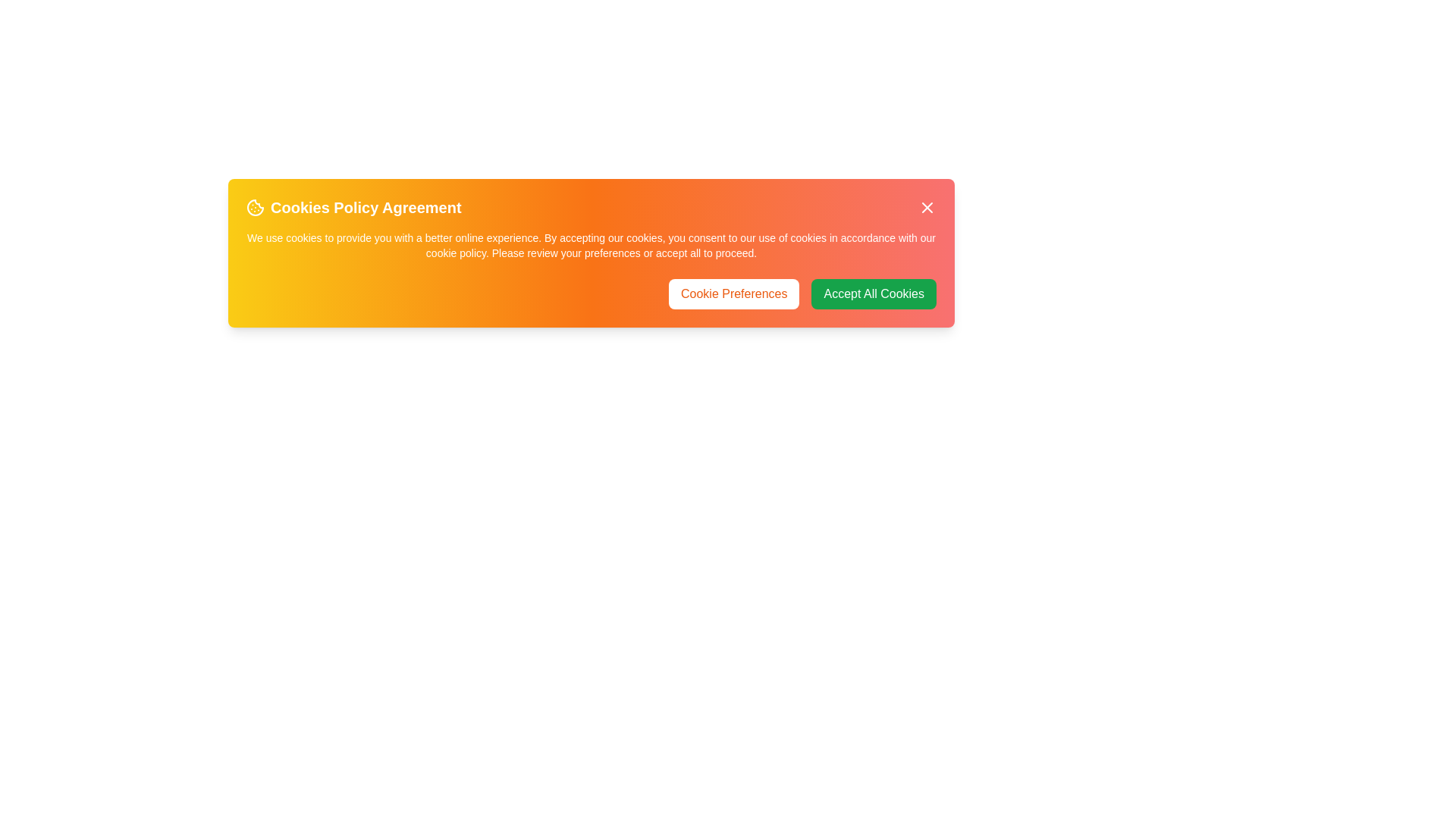 This screenshot has width=1456, height=819. What do you see at coordinates (734, 294) in the screenshot?
I see `the 'Cookie Preferences' button, which is a rectangular button with orange text on a white background, located at the bottom-right corner of the cookie policy agreement modal` at bounding box center [734, 294].